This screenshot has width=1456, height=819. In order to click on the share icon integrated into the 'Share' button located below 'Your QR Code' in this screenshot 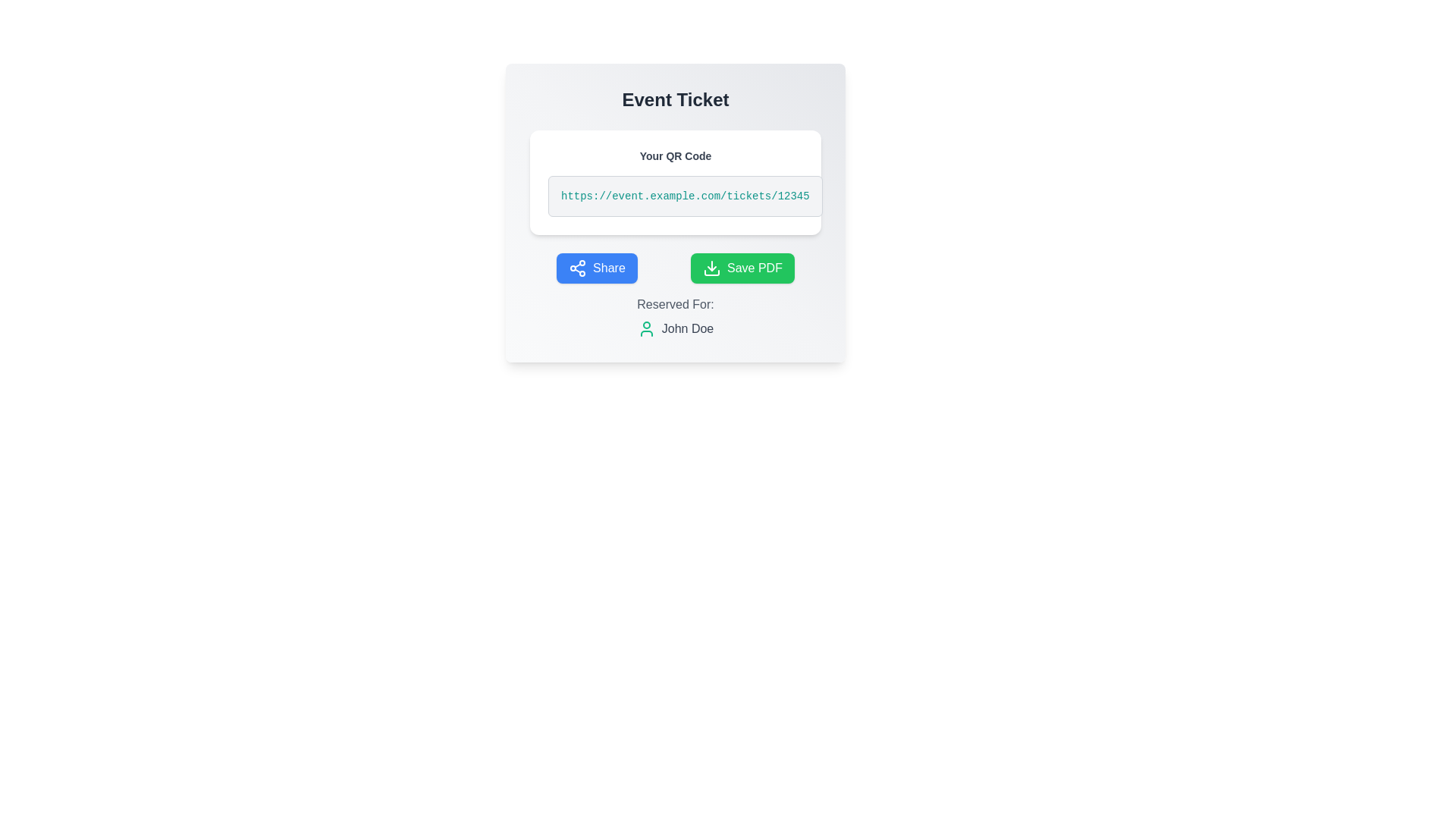, I will do `click(577, 268)`.